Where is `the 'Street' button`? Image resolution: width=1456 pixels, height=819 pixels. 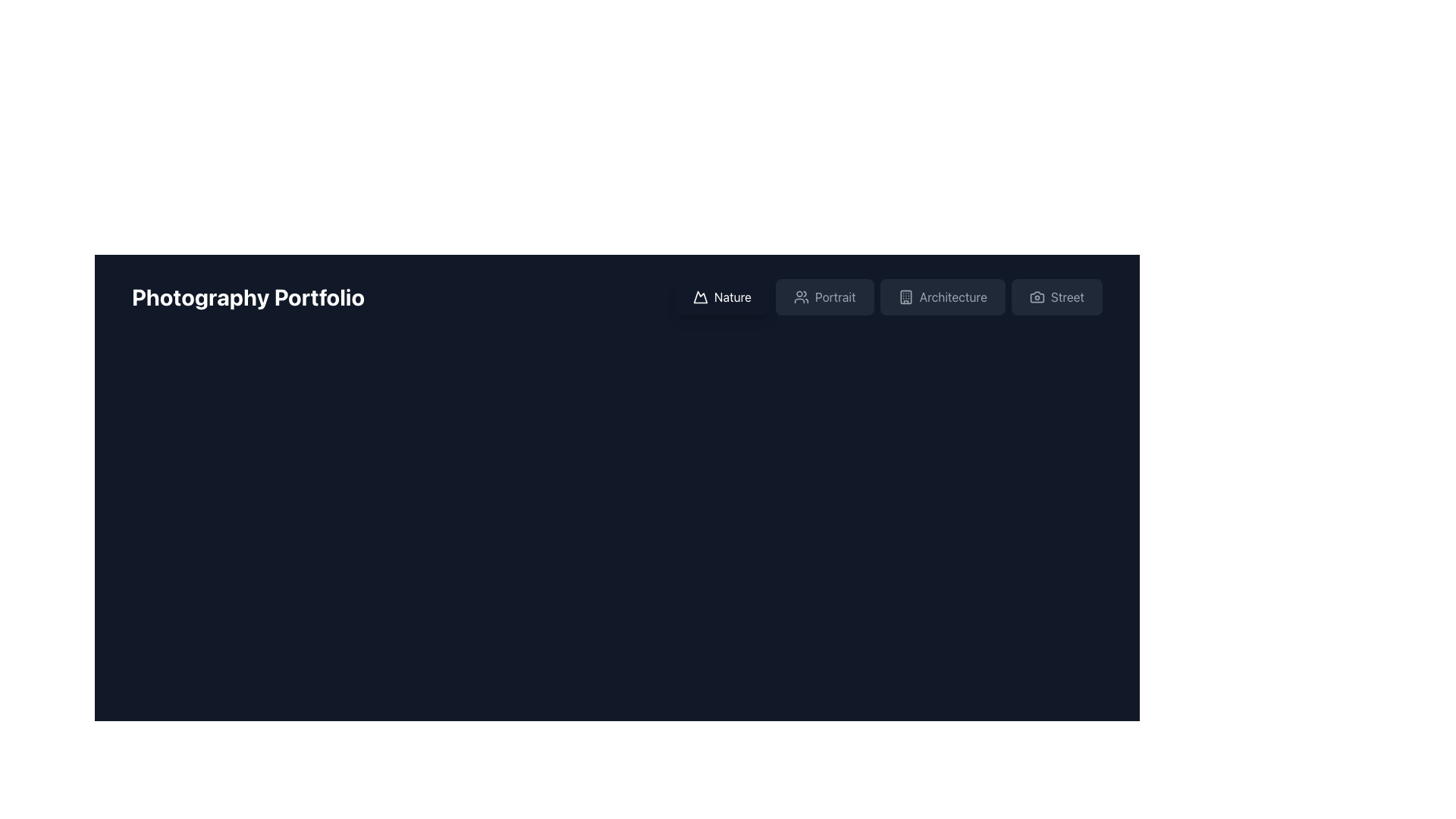 the 'Street' button is located at coordinates (1056, 297).